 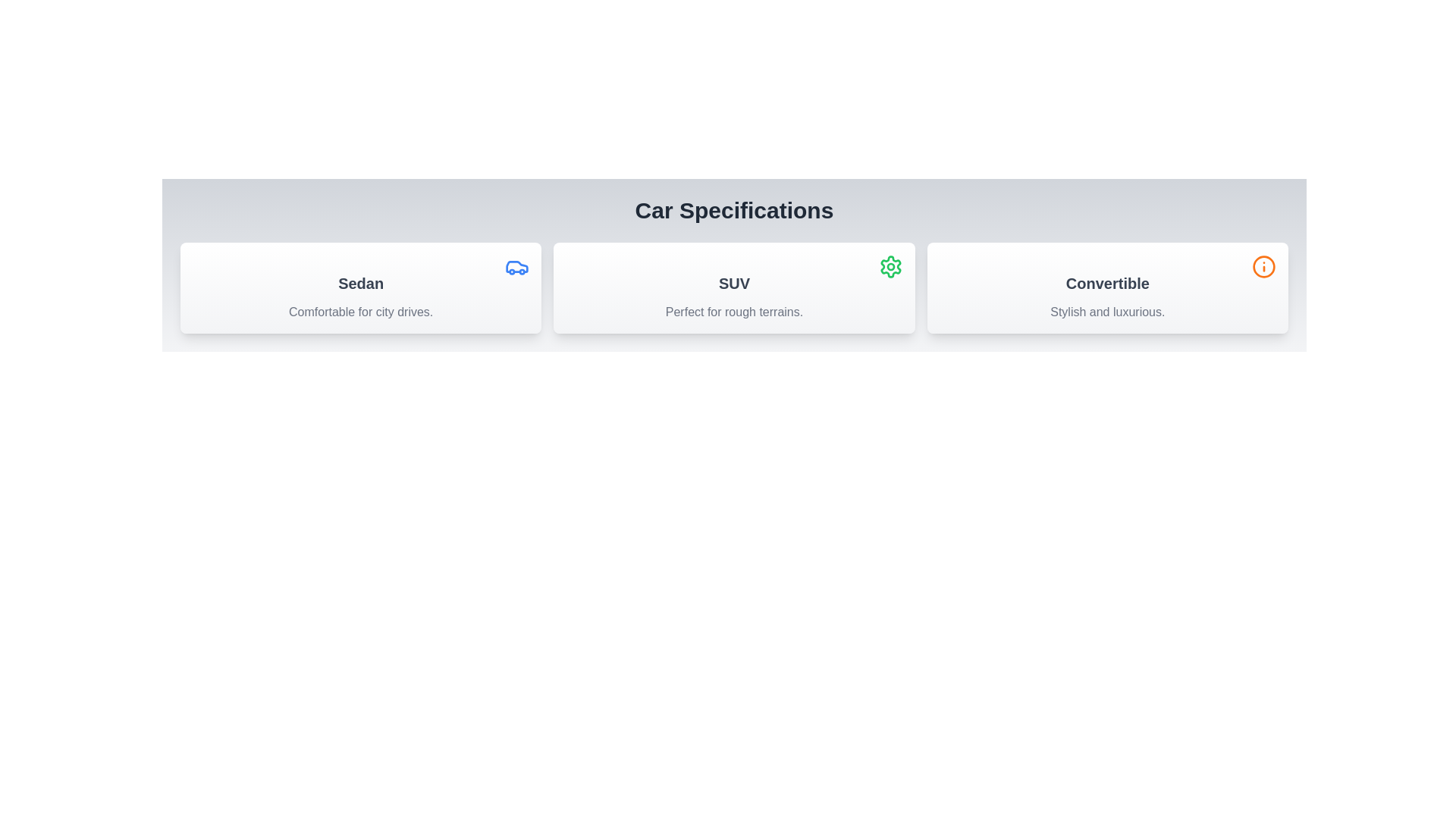 I want to click on text label 'Sedan' which is styled with a larger font size, bold typeface, and a gray color, located in the center of the first card in a grid layout, so click(x=360, y=284).